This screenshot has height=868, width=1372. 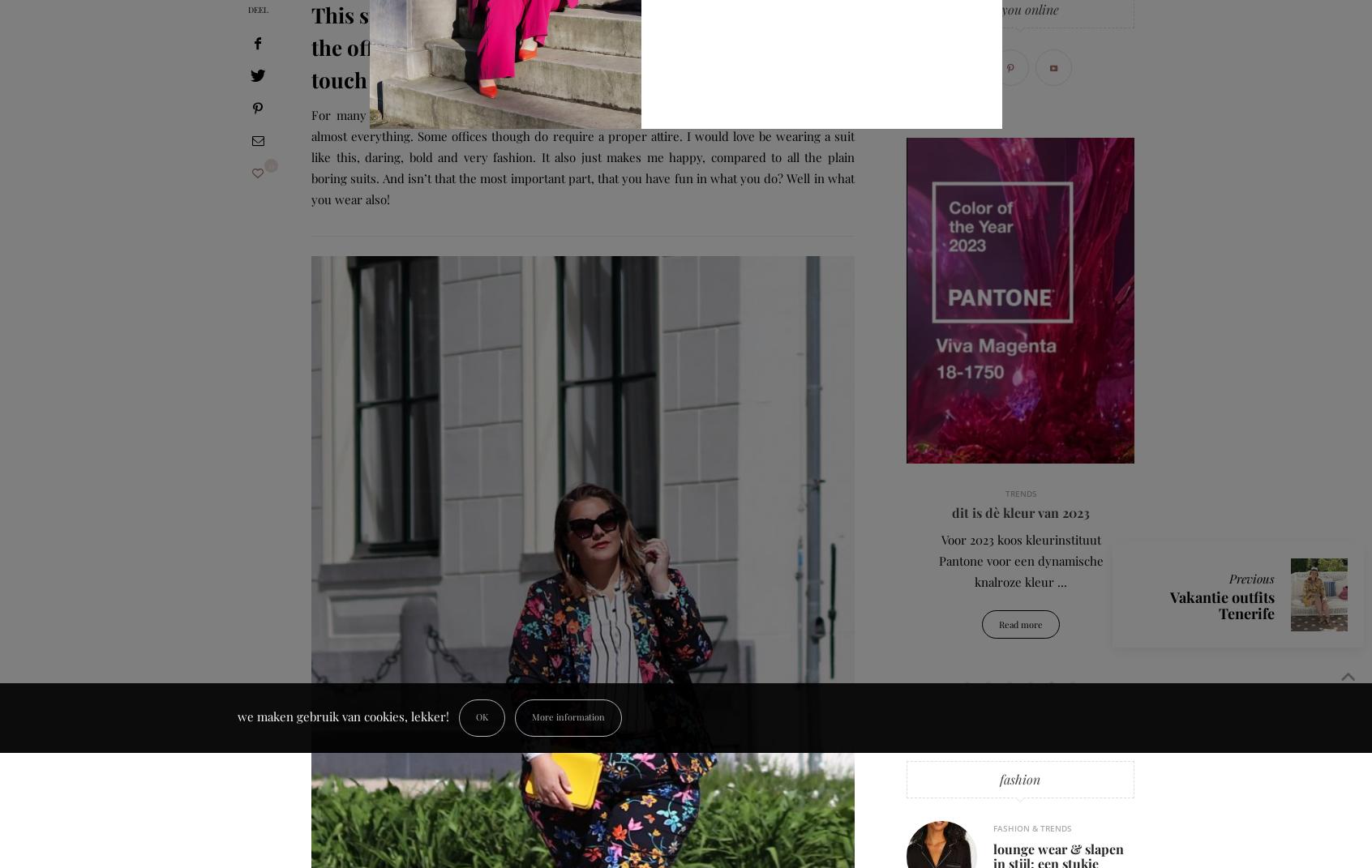 I want to click on 'ZWANGERSCHAP', so click(x=1262, y=511).